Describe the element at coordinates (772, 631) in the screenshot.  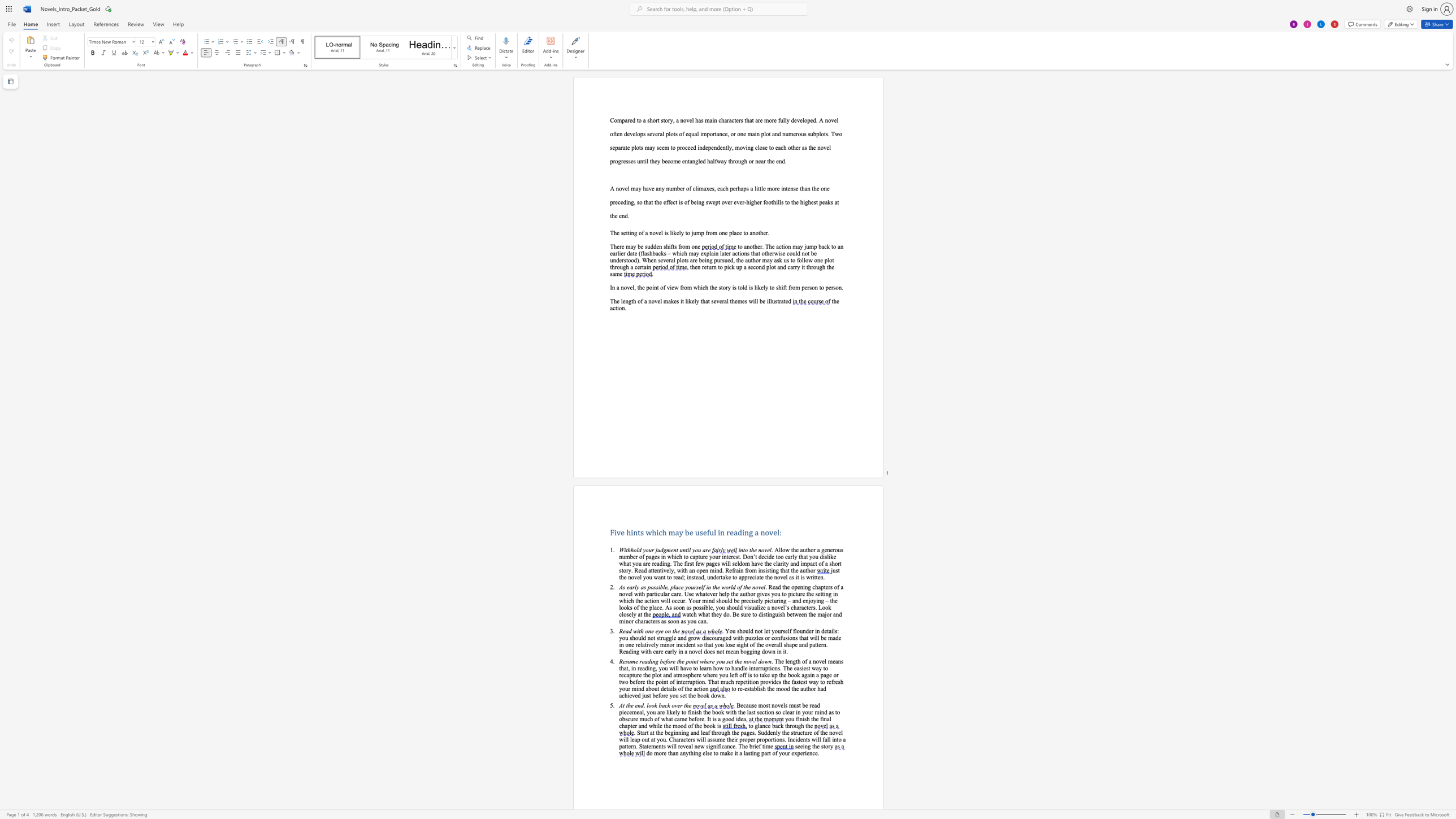
I see `the 1th character "y" in the text` at that location.